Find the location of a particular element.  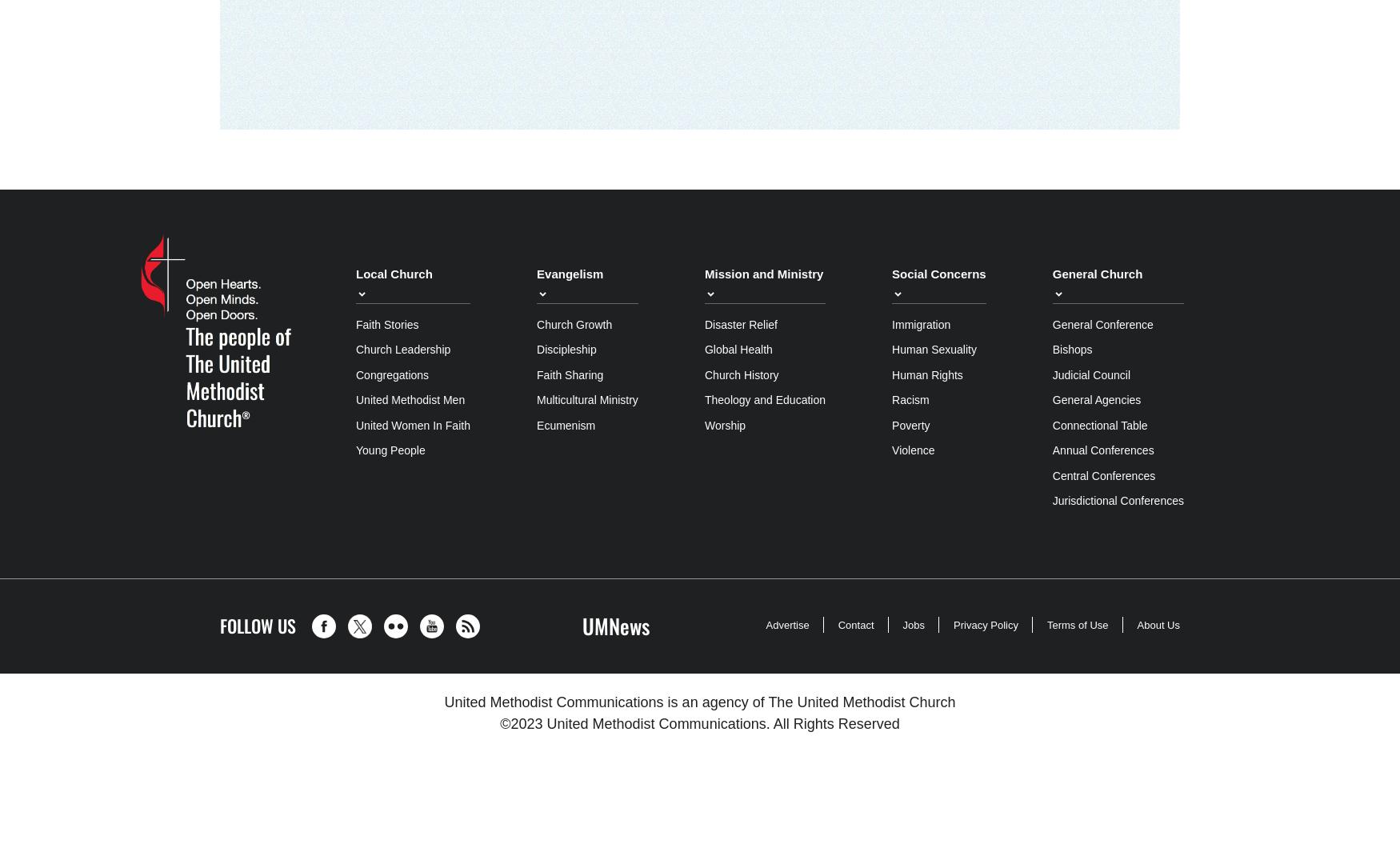

'Multicultural Ministry' is located at coordinates (535, 399).